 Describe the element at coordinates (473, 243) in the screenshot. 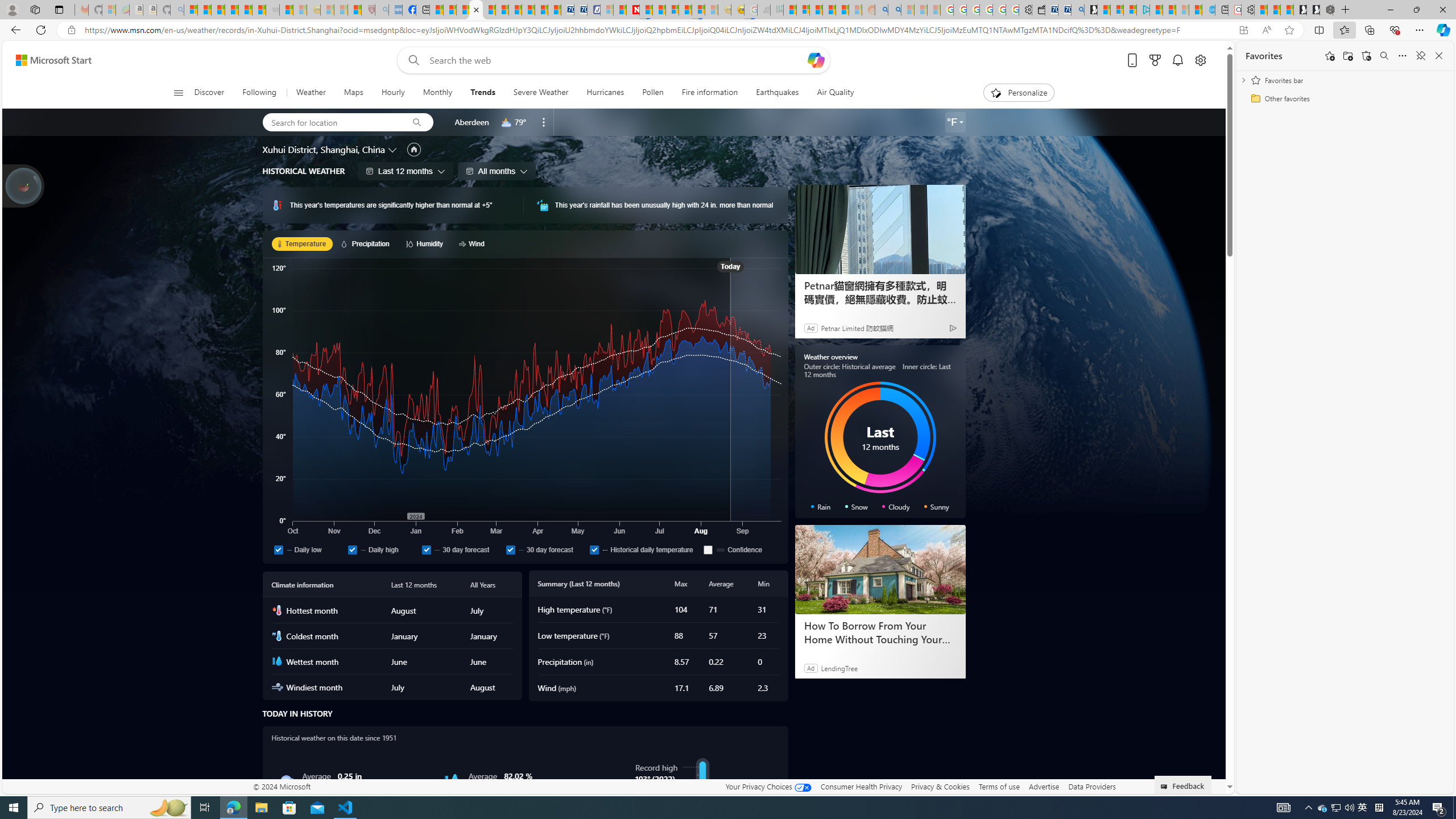

I see `'Wind'` at that location.